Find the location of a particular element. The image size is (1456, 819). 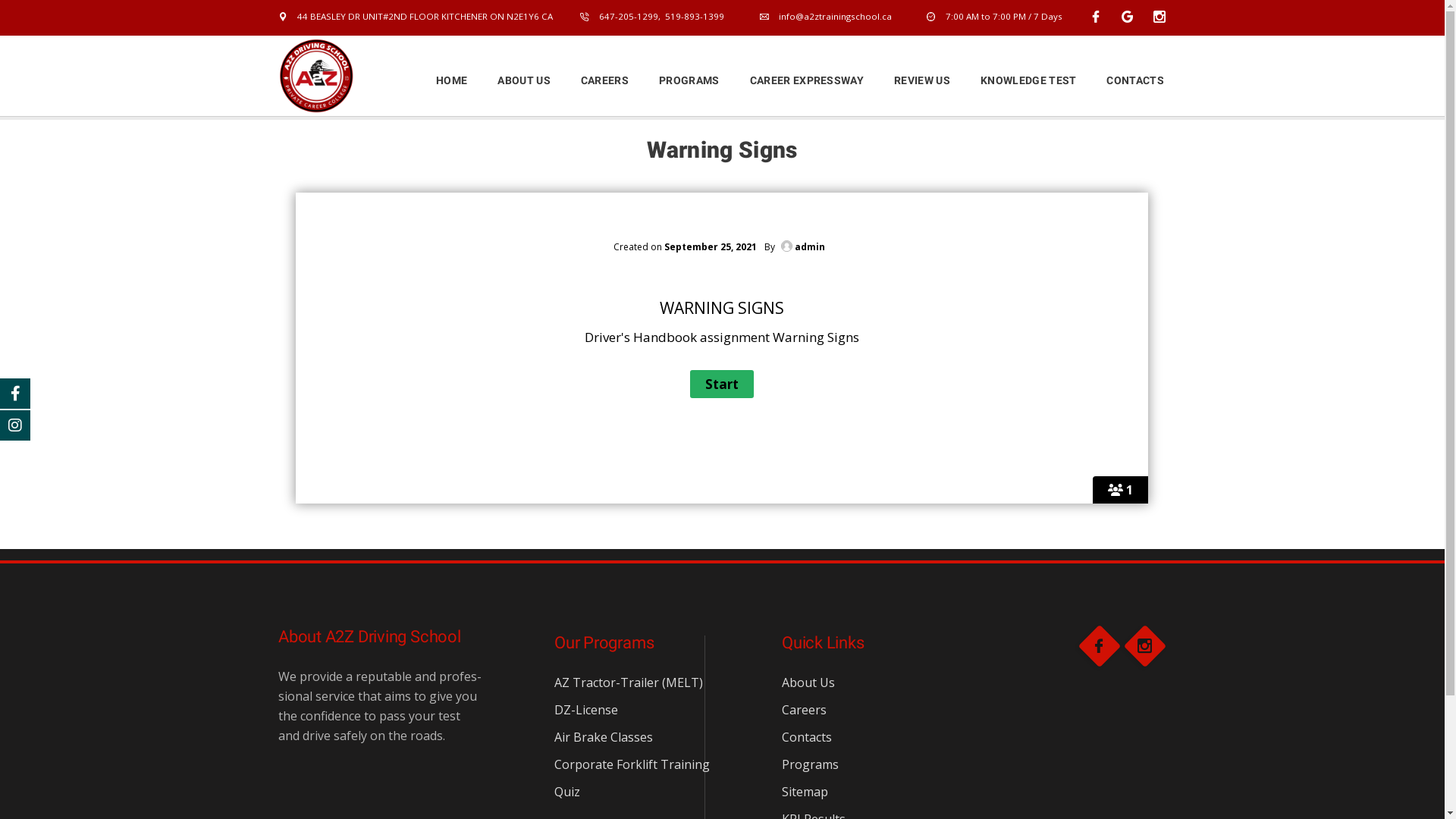

'KNOWLEDGE TEST' is located at coordinates (1028, 80).